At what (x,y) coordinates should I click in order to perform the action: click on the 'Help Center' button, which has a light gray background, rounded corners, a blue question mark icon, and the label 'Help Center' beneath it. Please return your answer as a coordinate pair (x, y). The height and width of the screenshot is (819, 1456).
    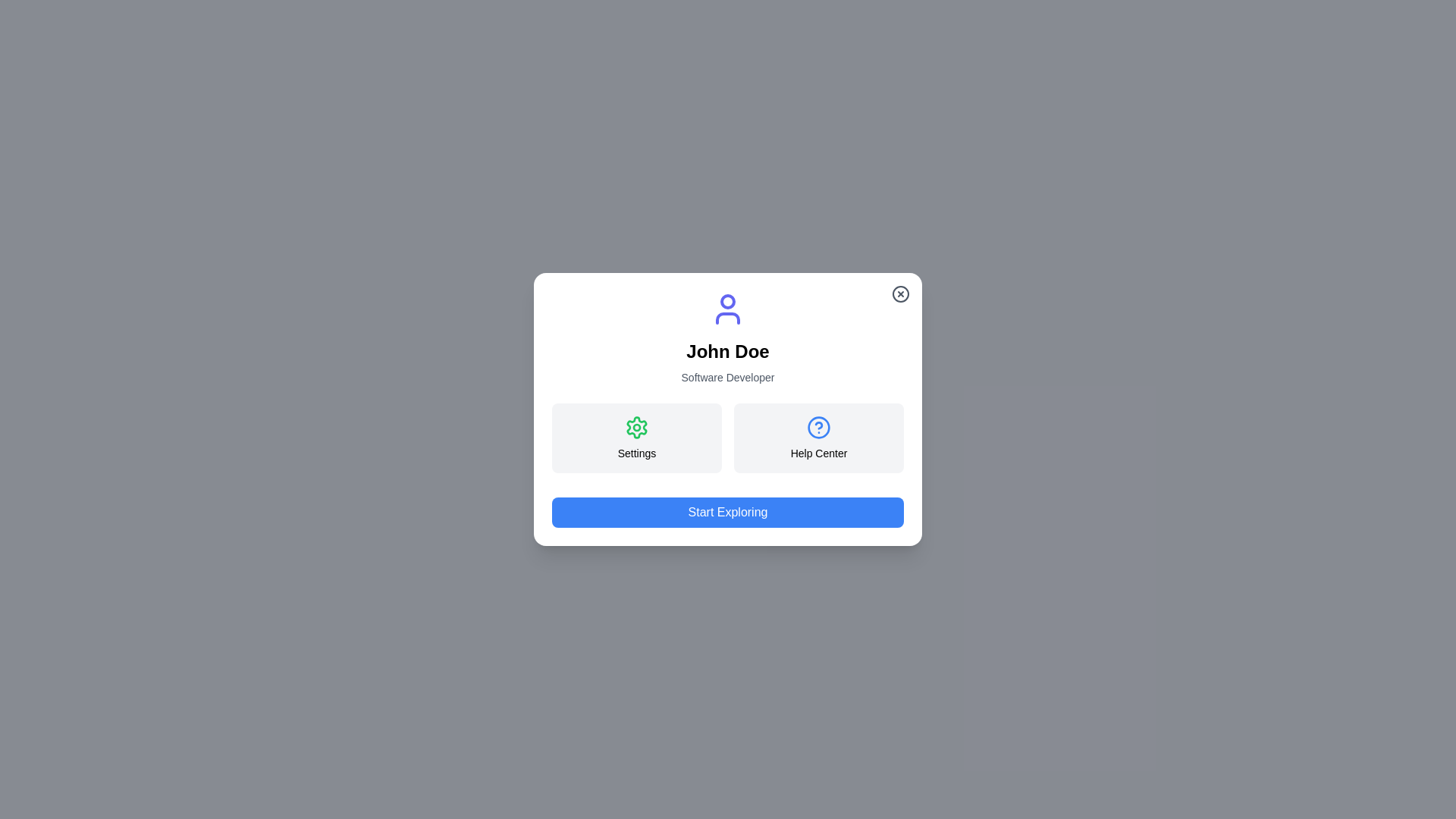
    Looking at the image, I should click on (818, 438).